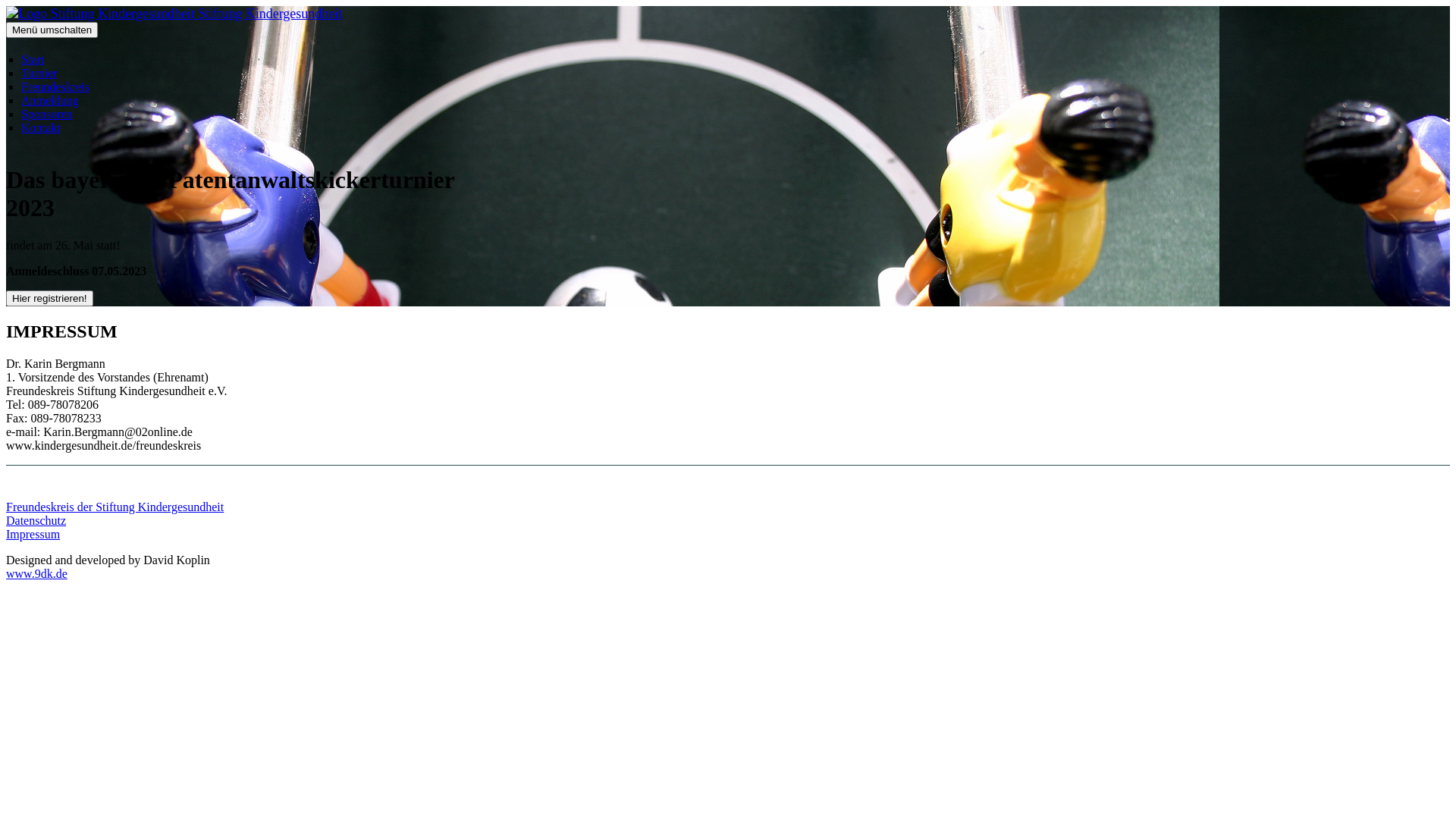 The image size is (1456, 819). I want to click on 'Datenschutz', so click(36, 519).